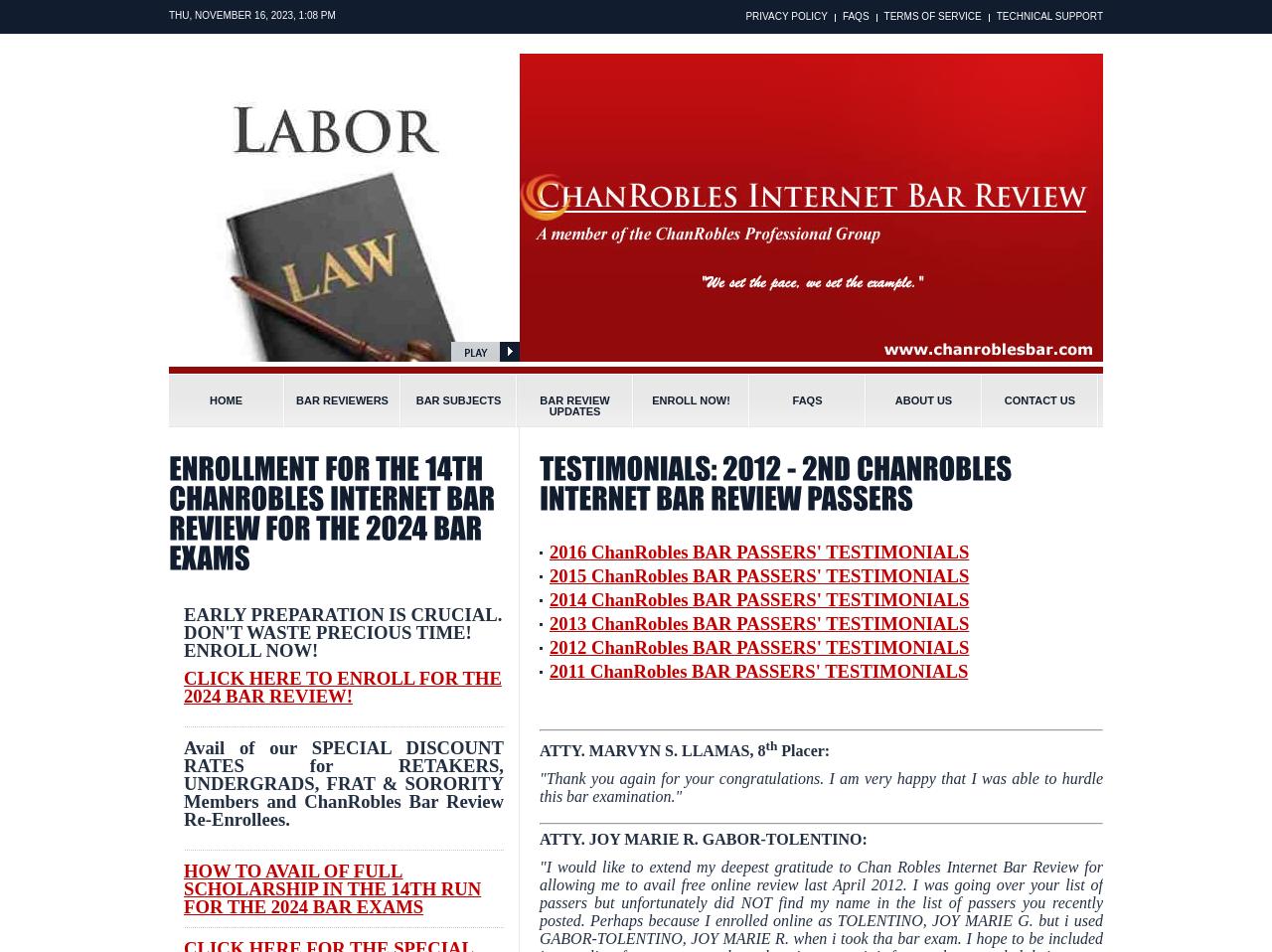  I want to click on 'FAQS', so click(855, 15).